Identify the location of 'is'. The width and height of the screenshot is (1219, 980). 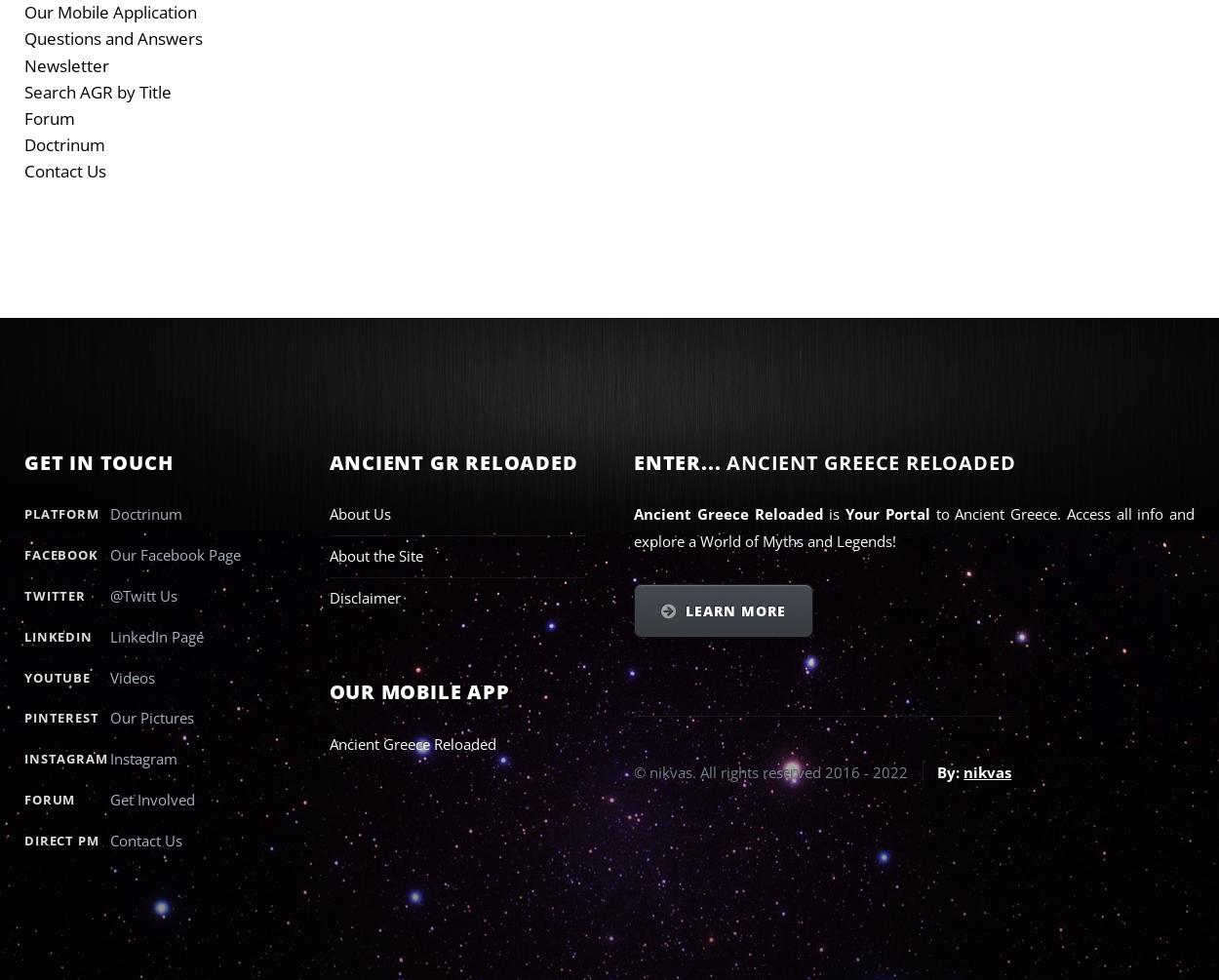
(836, 513).